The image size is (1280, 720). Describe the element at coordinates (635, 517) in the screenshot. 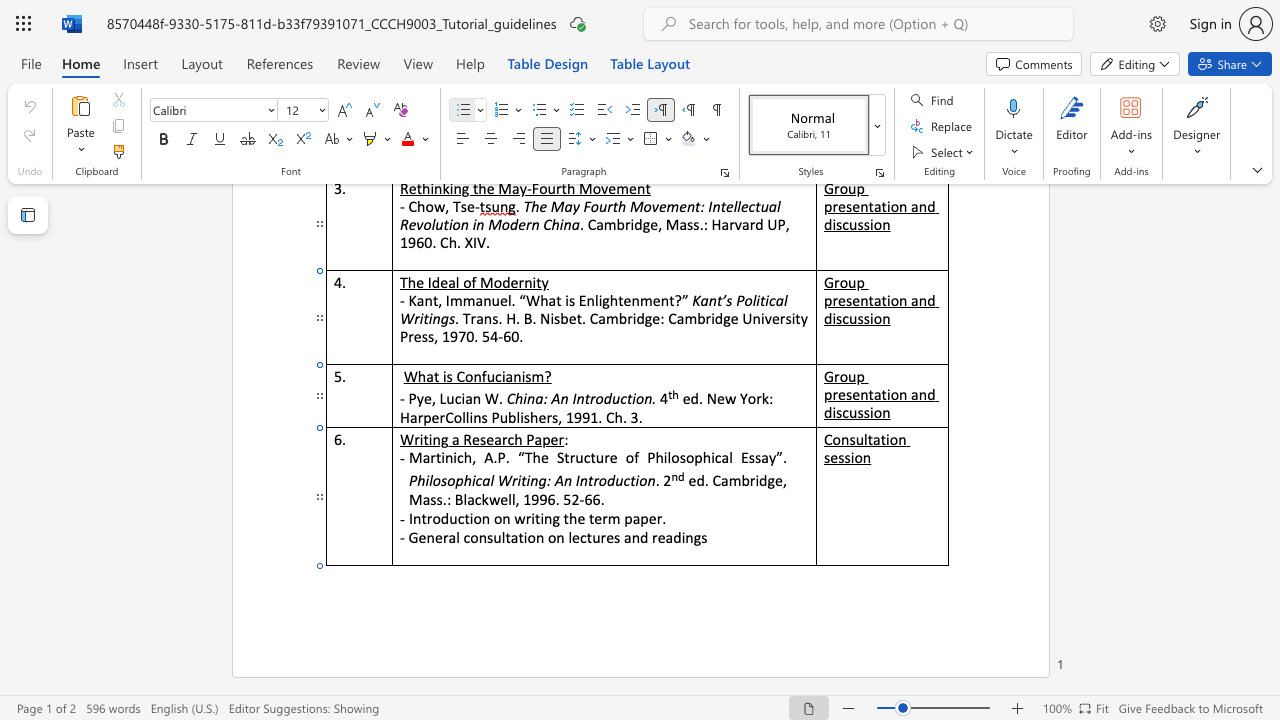

I see `the 1th character "a" in the text` at that location.